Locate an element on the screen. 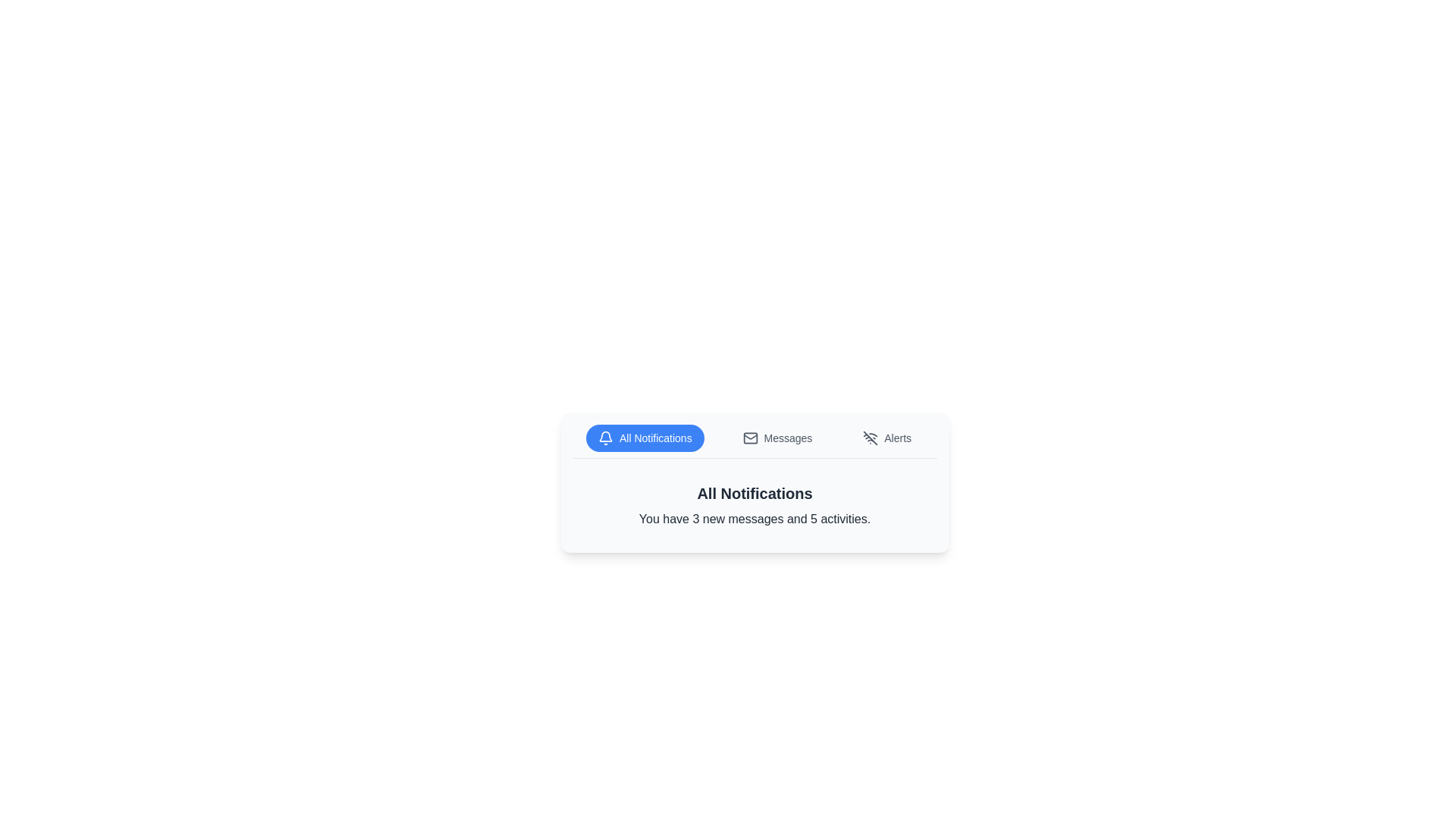  the navigation bar at the top-middle section of the card-like layout is located at coordinates (755, 441).